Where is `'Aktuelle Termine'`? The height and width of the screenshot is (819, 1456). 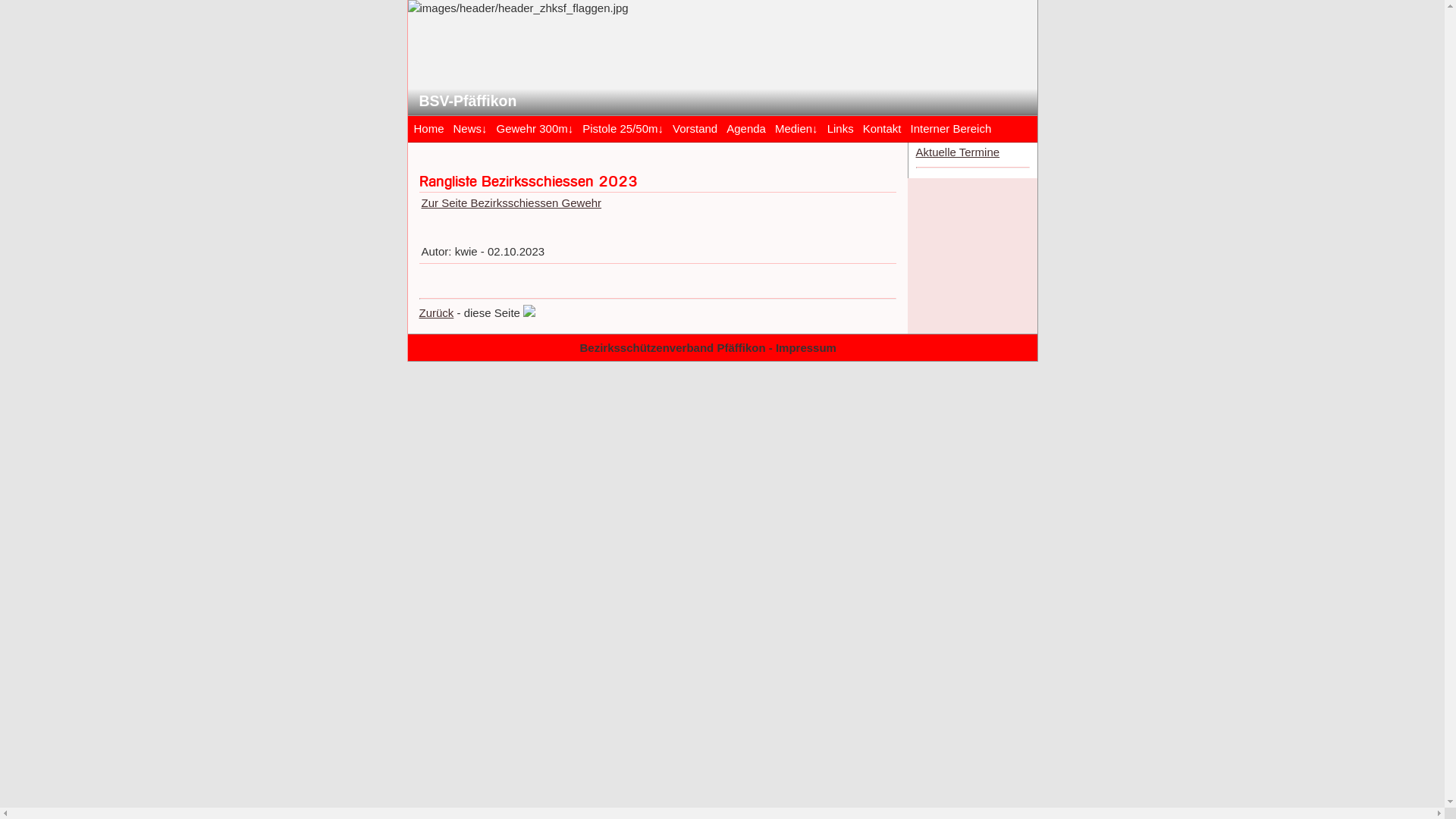 'Aktuelle Termine' is located at coordinates (957, 152).